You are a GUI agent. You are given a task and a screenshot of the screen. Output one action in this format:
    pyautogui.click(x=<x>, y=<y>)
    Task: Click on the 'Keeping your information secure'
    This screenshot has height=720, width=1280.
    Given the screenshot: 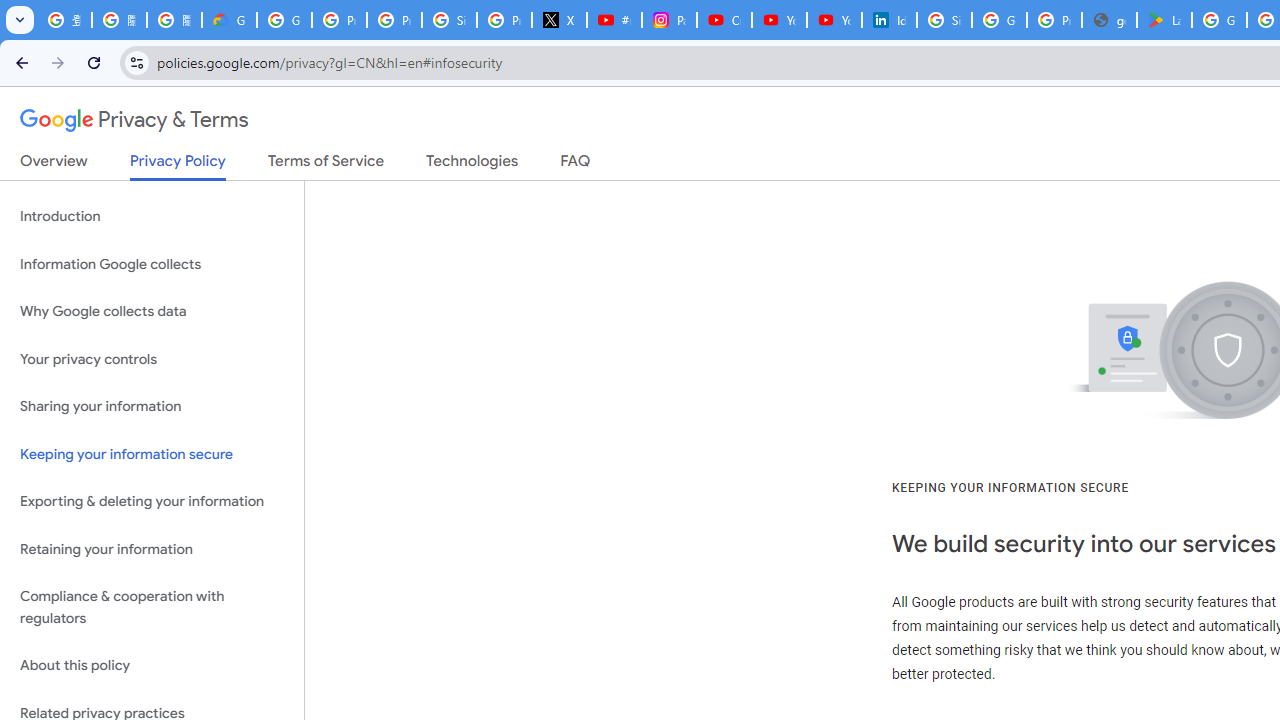 What is the action you would take?
    pyautogui.click(x=151, y=454)
    